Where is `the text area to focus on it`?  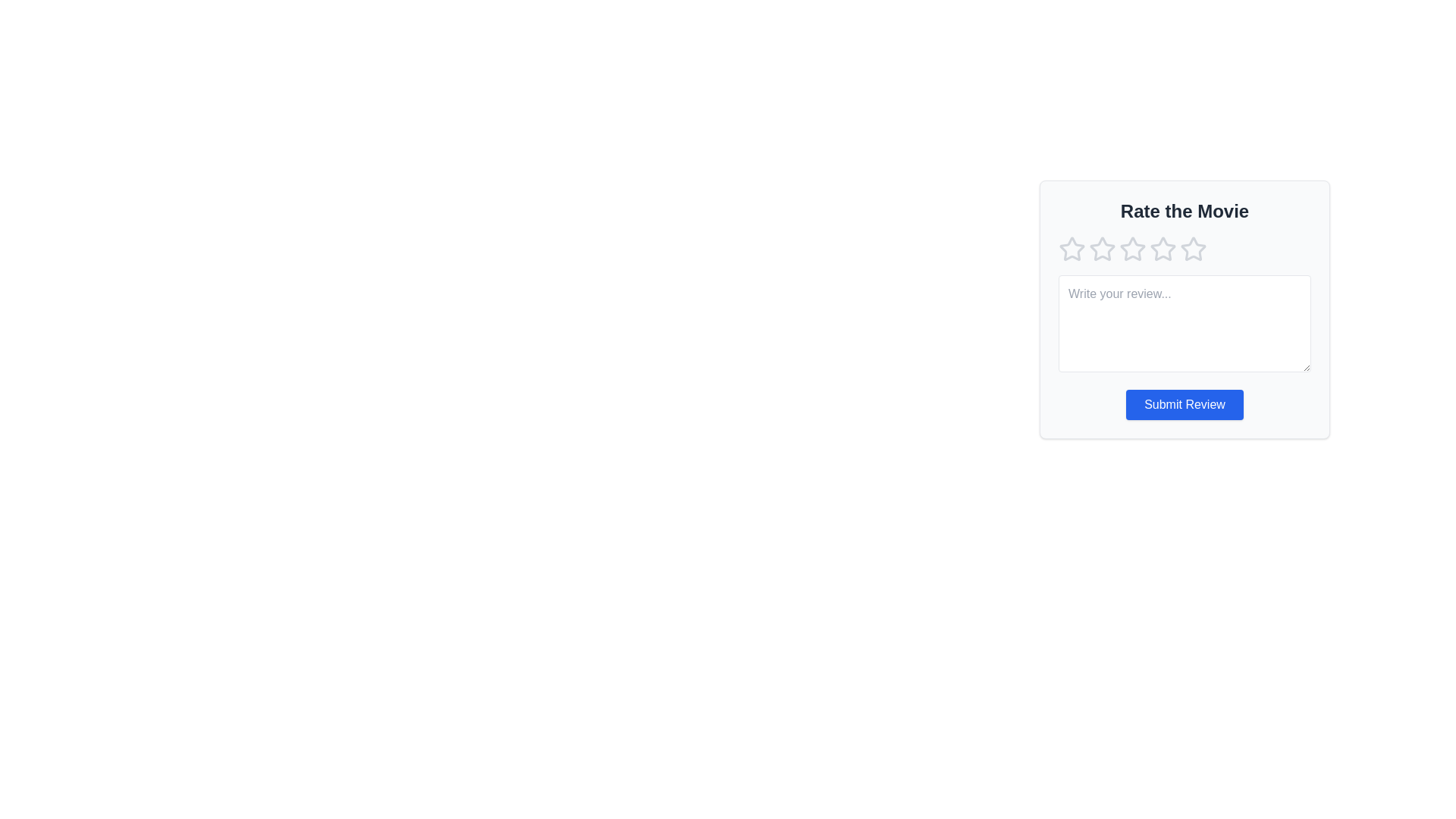 the text area to focus on it is located at coordinates (1184, 323).